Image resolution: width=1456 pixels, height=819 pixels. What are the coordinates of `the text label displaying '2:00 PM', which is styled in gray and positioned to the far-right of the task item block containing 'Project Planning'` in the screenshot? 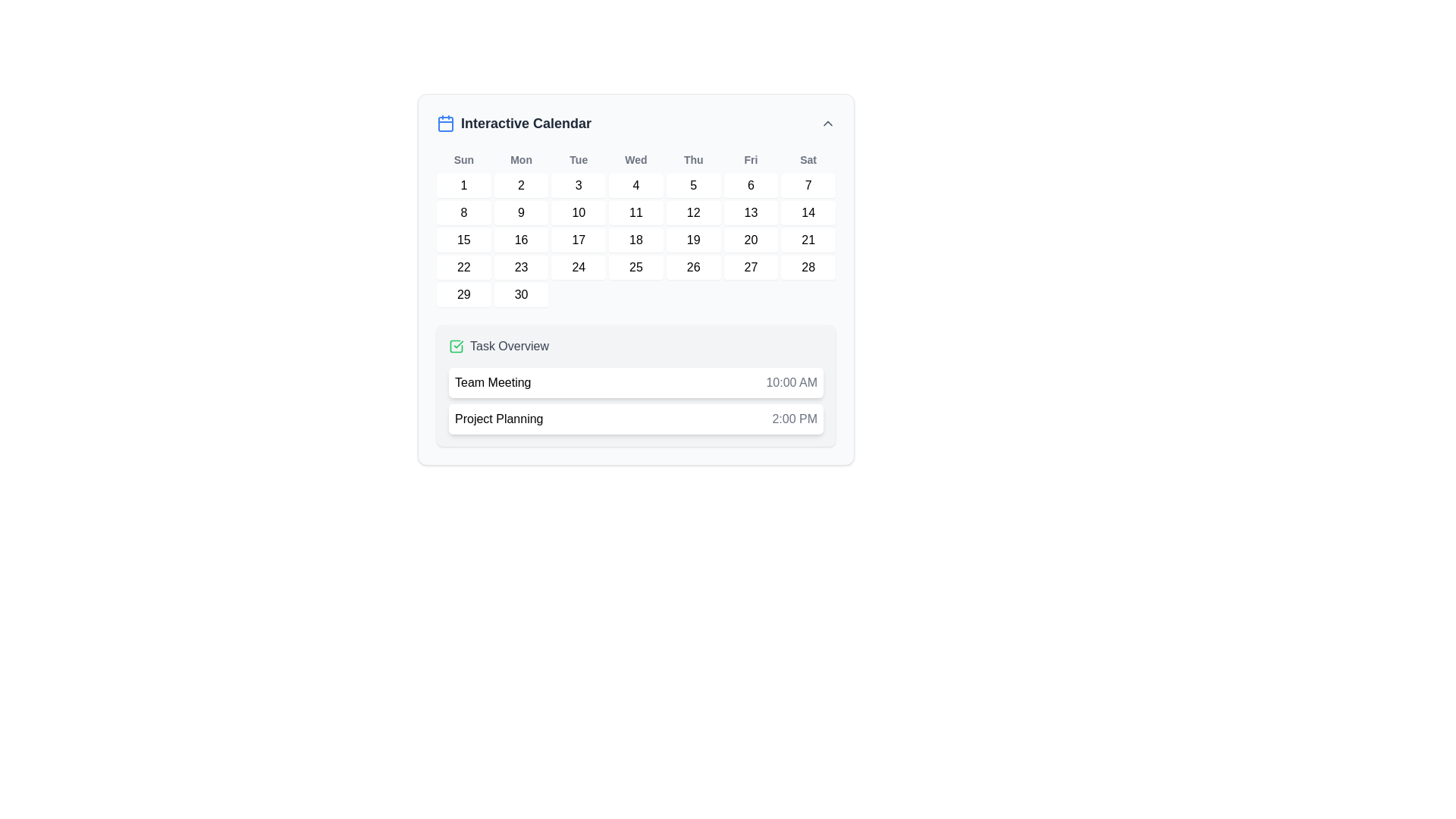 It's located at (794, 419).